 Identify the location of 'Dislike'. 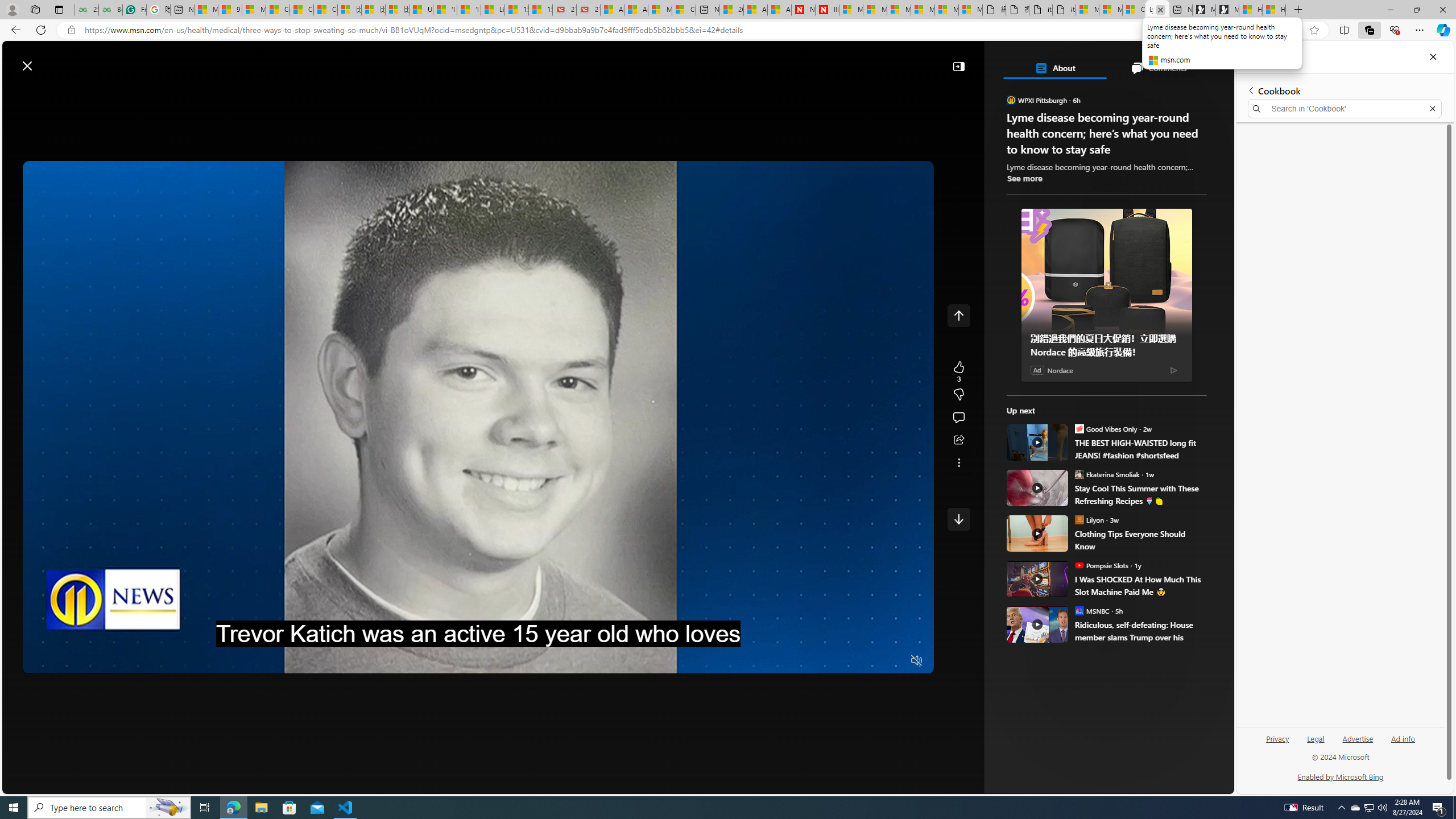
(958, 394).